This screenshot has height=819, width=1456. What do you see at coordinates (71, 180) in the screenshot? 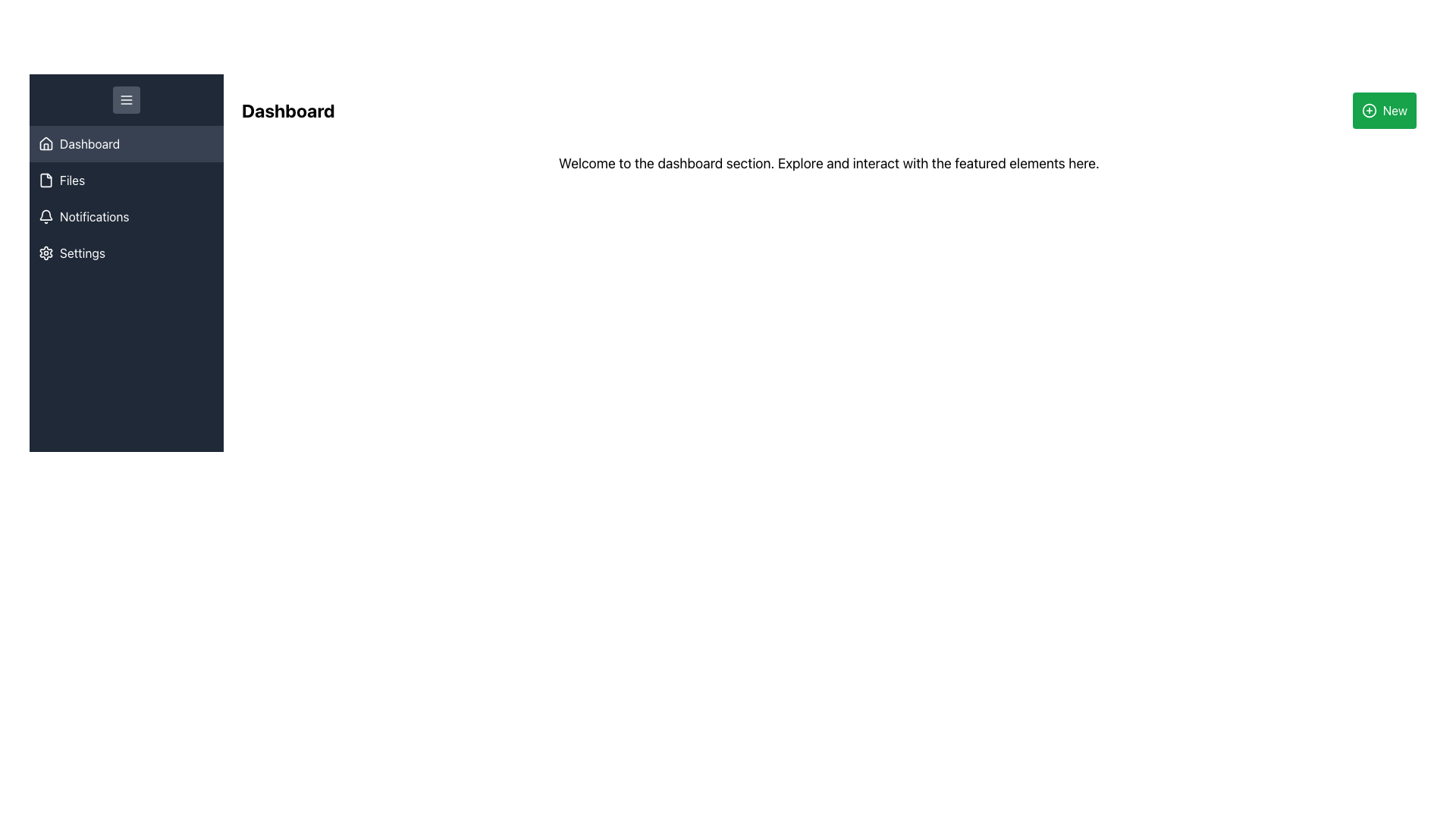
I see `the 'Files' text label in the vertical navigation bar` at bounding box center [71, 180].